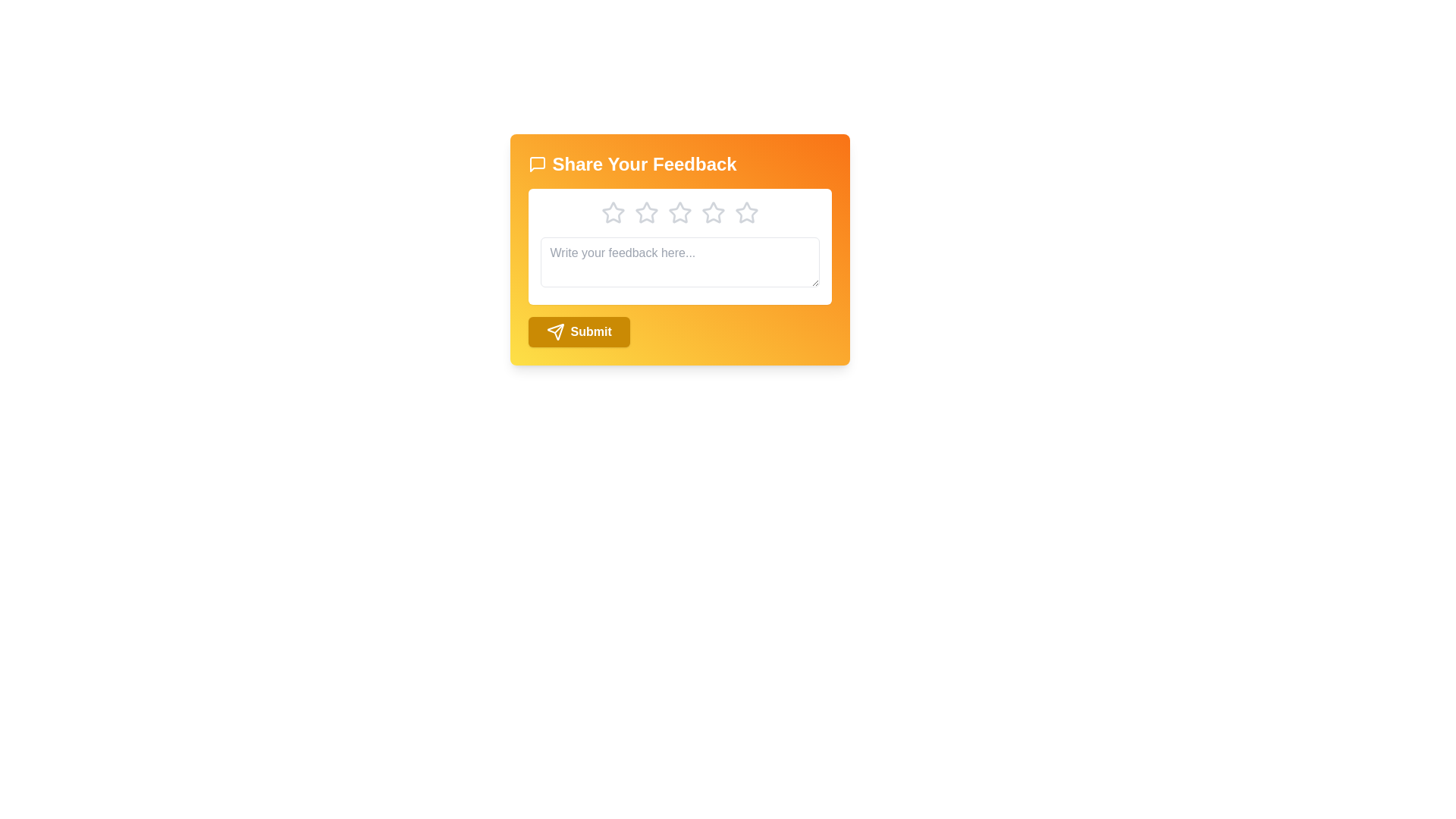  What do you see at coordinates (712, 212) in the screenshot?
I see `the third star icon in the rating component to register a user rating` at bounding box center [712, 212].